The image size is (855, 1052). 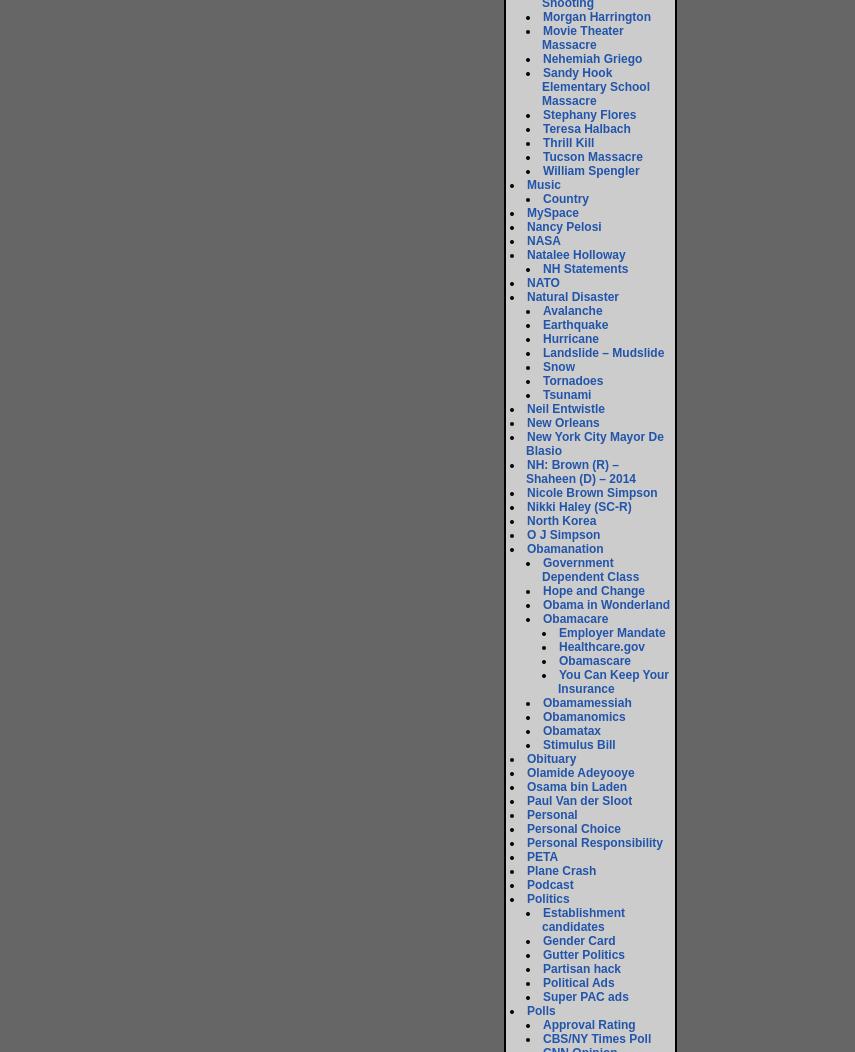 I want to click on 'Partisan hack', so click(x=543, y=968).